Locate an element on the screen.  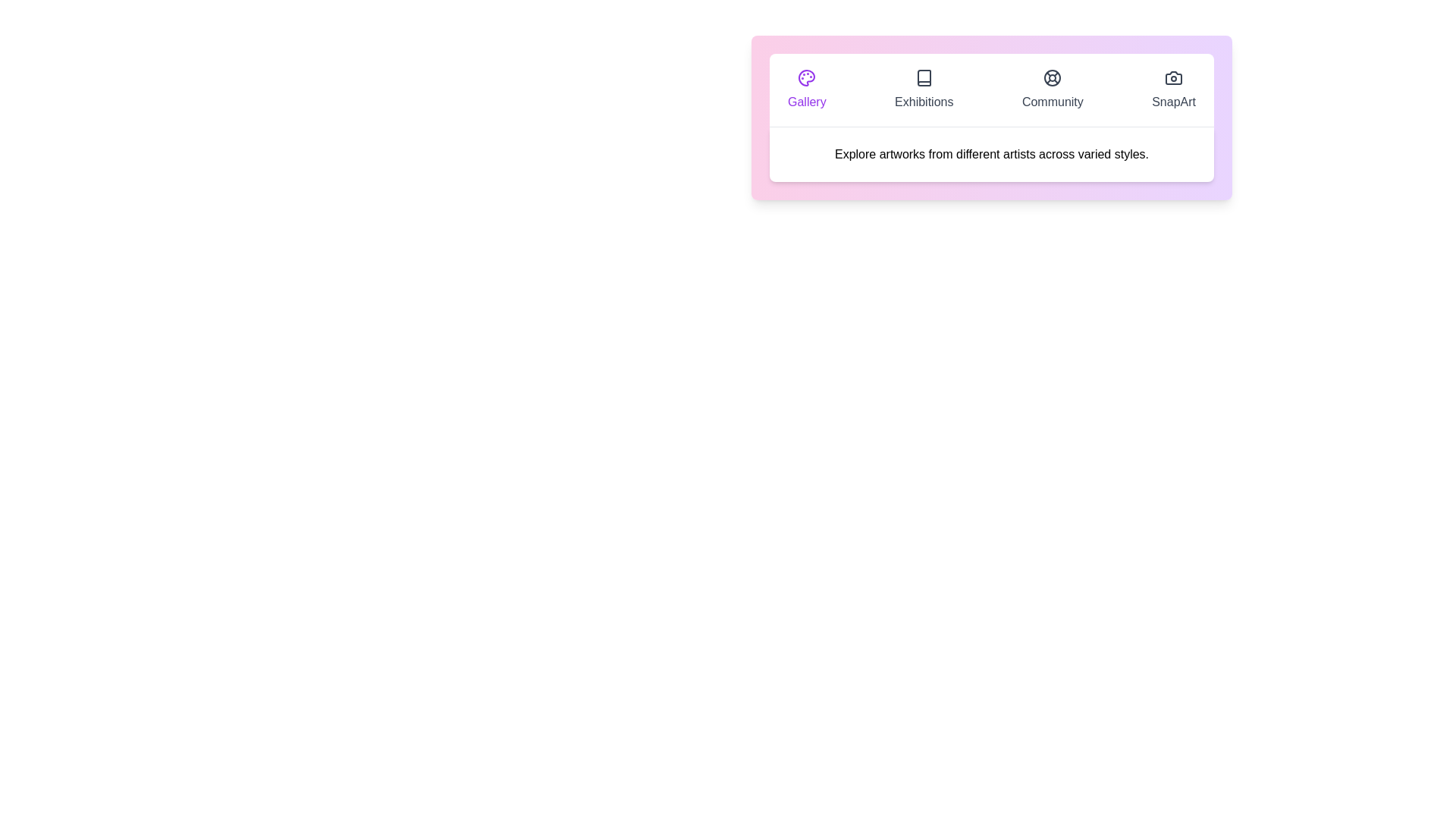
the tab labeled Exhibitions to display its content is located at coordinates (923, 90).